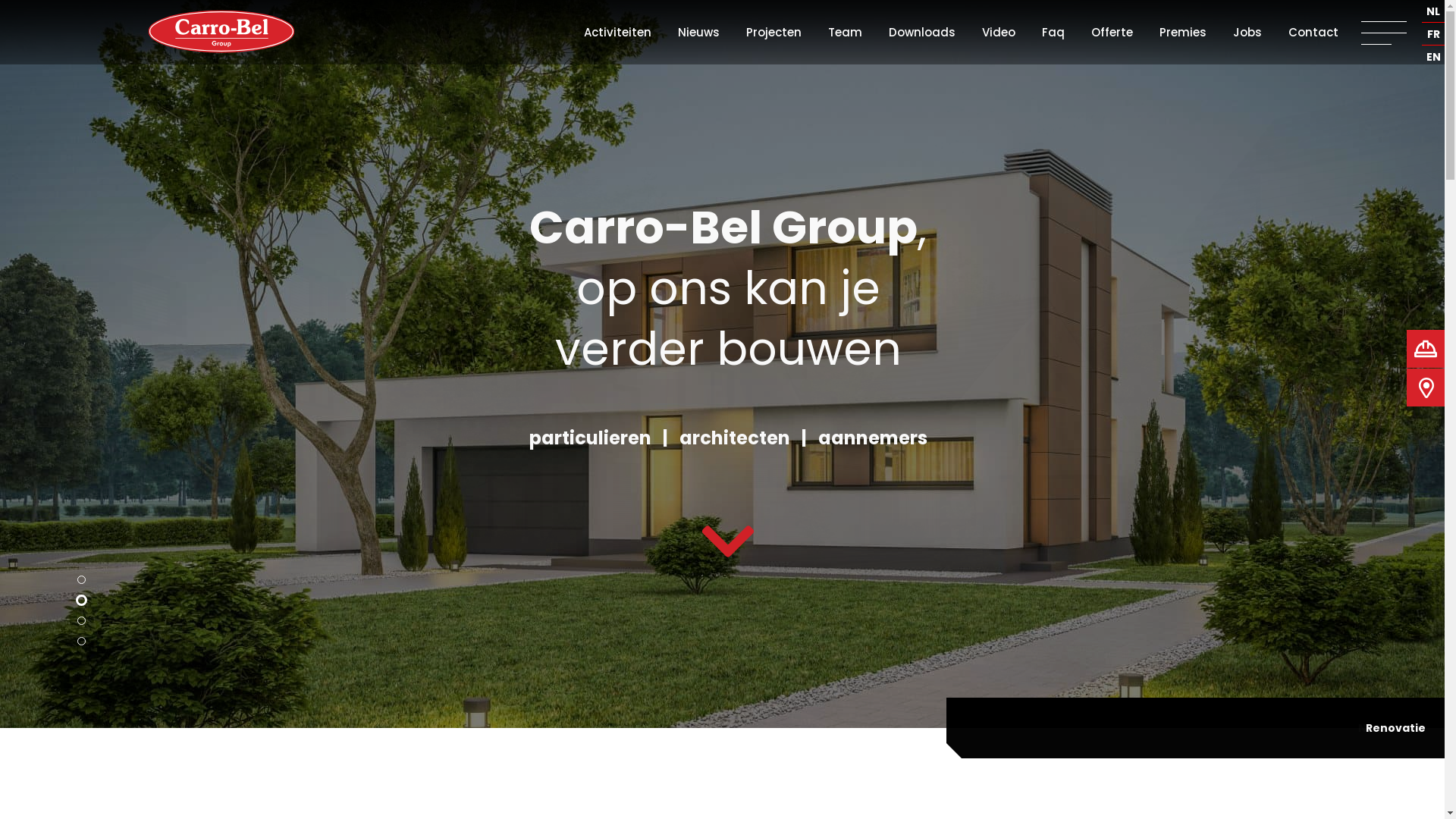 This screenshot has width=1456, height=819. What do you see at coordinates (80, 641) in the screenshot?
I see `'4'` at bounding box center [80, 641].